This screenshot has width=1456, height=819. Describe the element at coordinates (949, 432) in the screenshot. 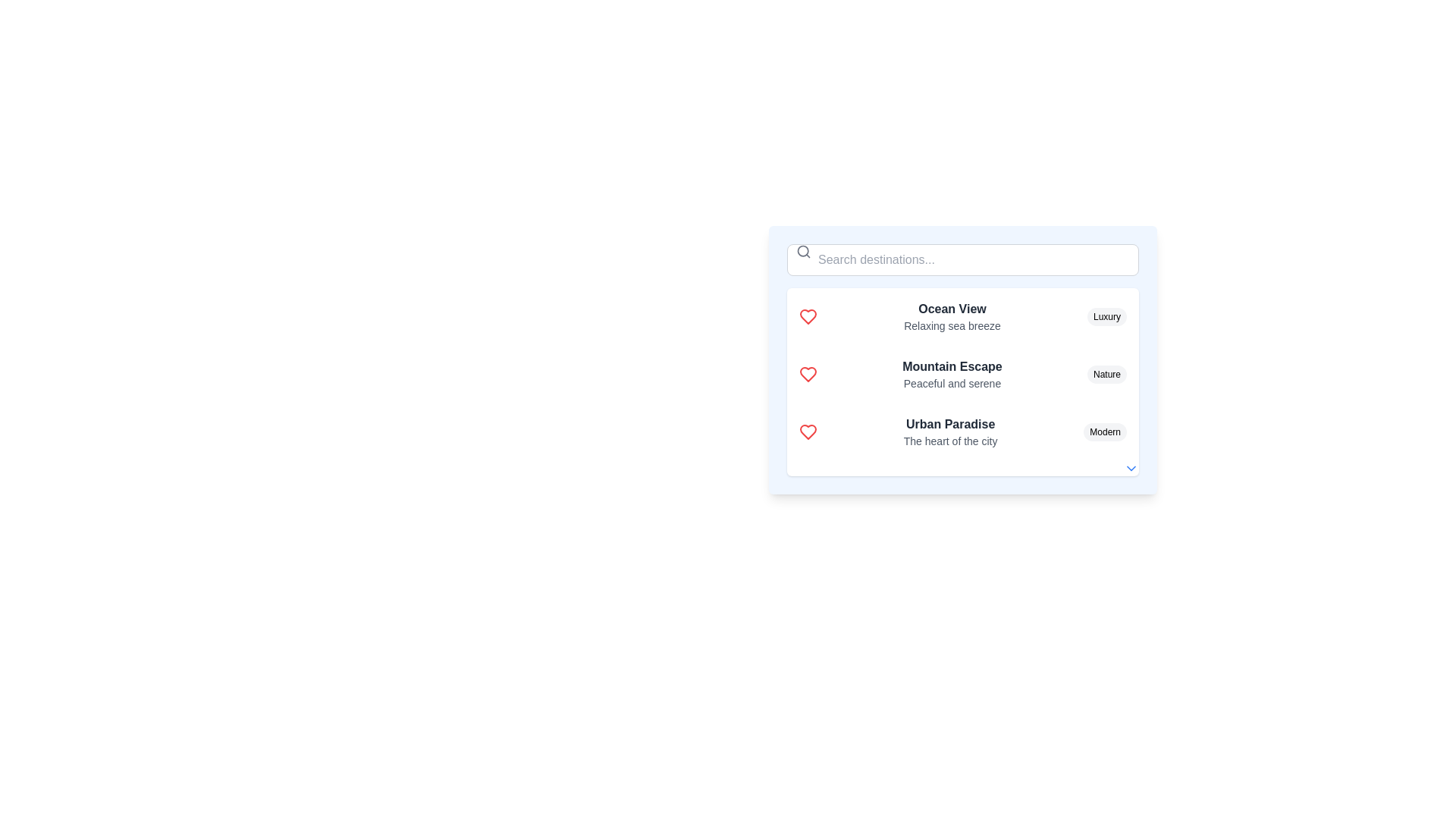

I see `the text block providing information about a destination, which is the third entry in a vertical list situated between 'Mountain Escape' and 'Modern'` at that location.